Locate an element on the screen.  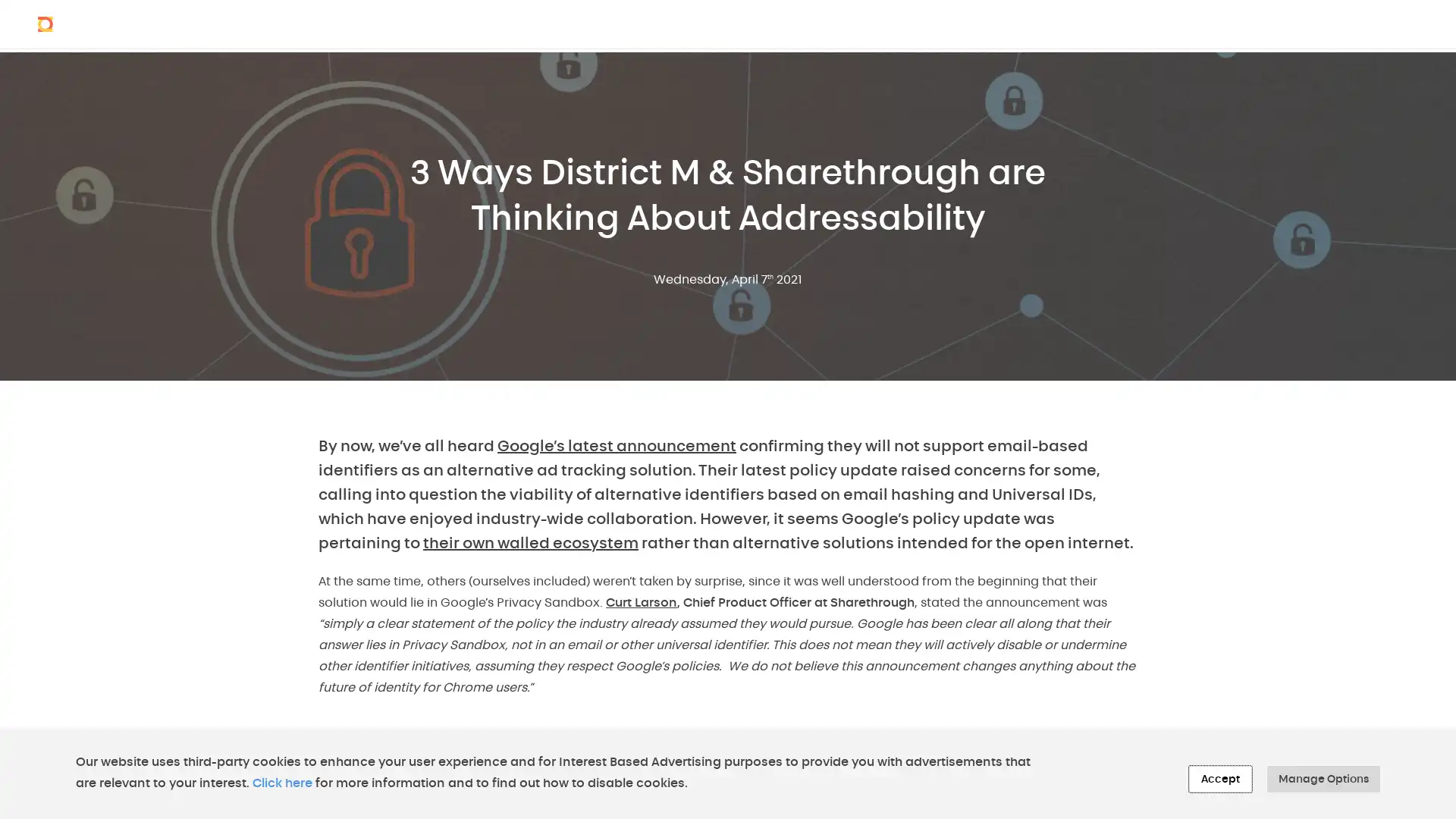
Manage Options is located at coordinates (1323, 779).